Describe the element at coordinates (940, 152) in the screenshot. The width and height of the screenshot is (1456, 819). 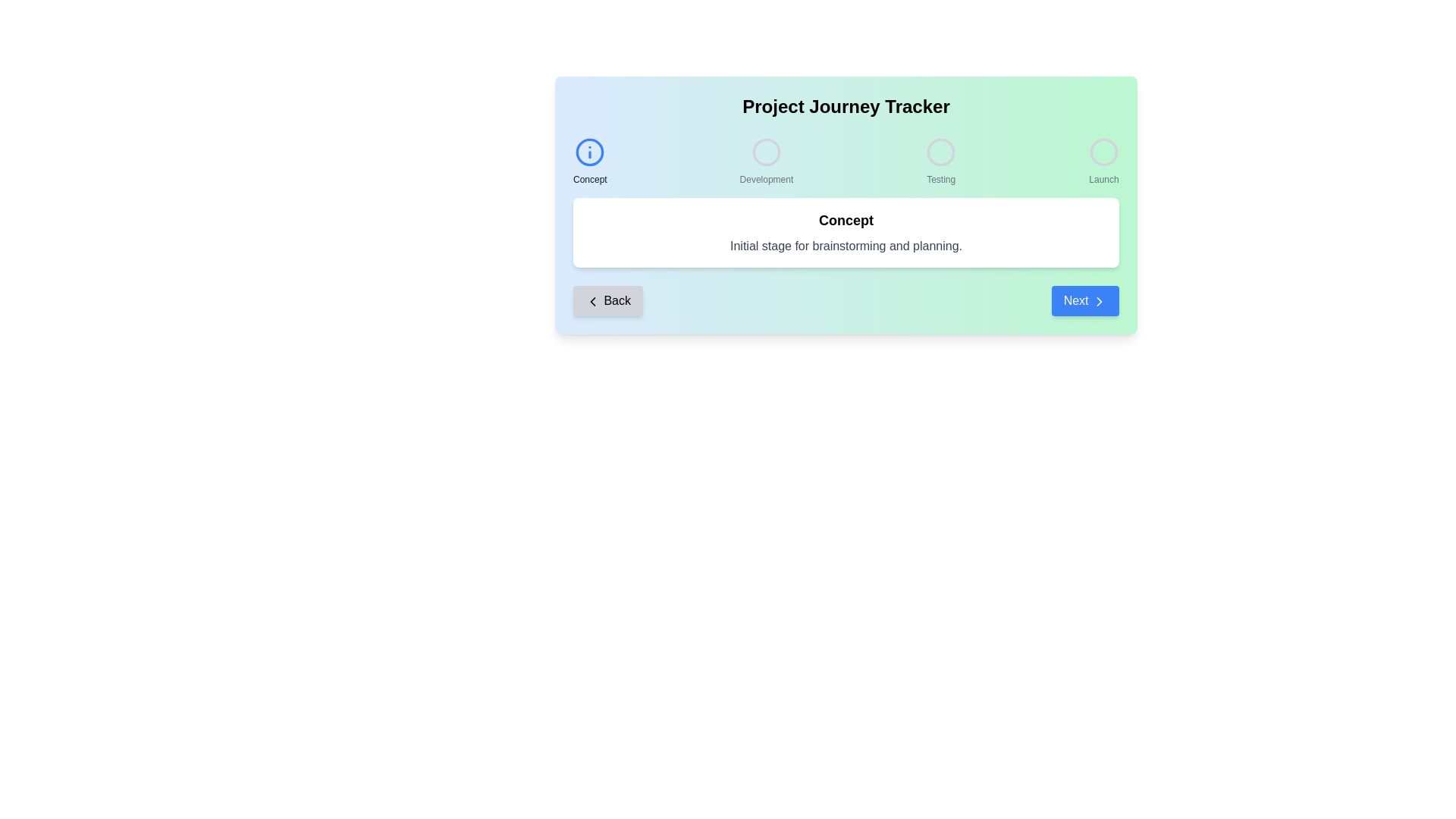
I see `the state of the circular progress indicator located above the 'Testing' label in the Project Journey Tracker interface, which is the third step in the sequence of four` at that location.